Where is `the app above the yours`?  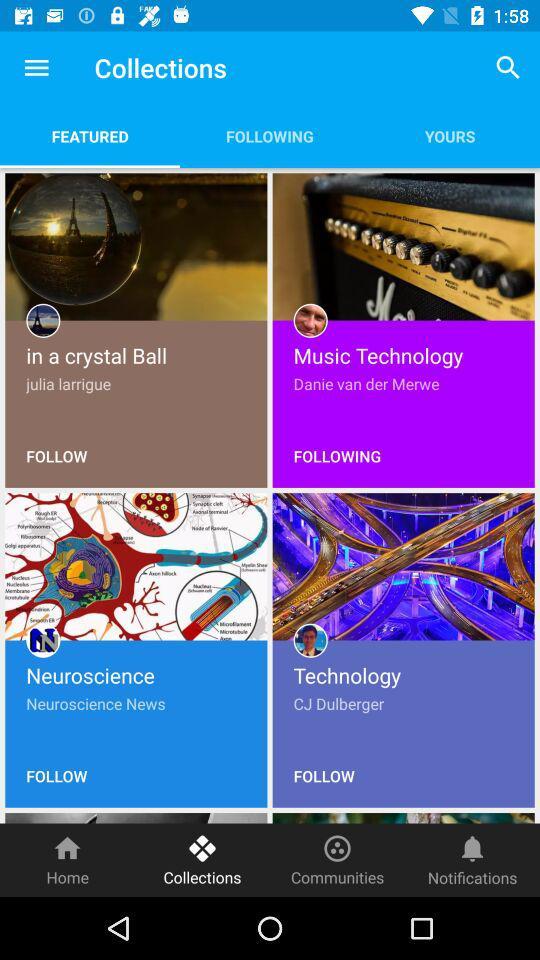
the app above the yours is located at coordinates (508, 67).